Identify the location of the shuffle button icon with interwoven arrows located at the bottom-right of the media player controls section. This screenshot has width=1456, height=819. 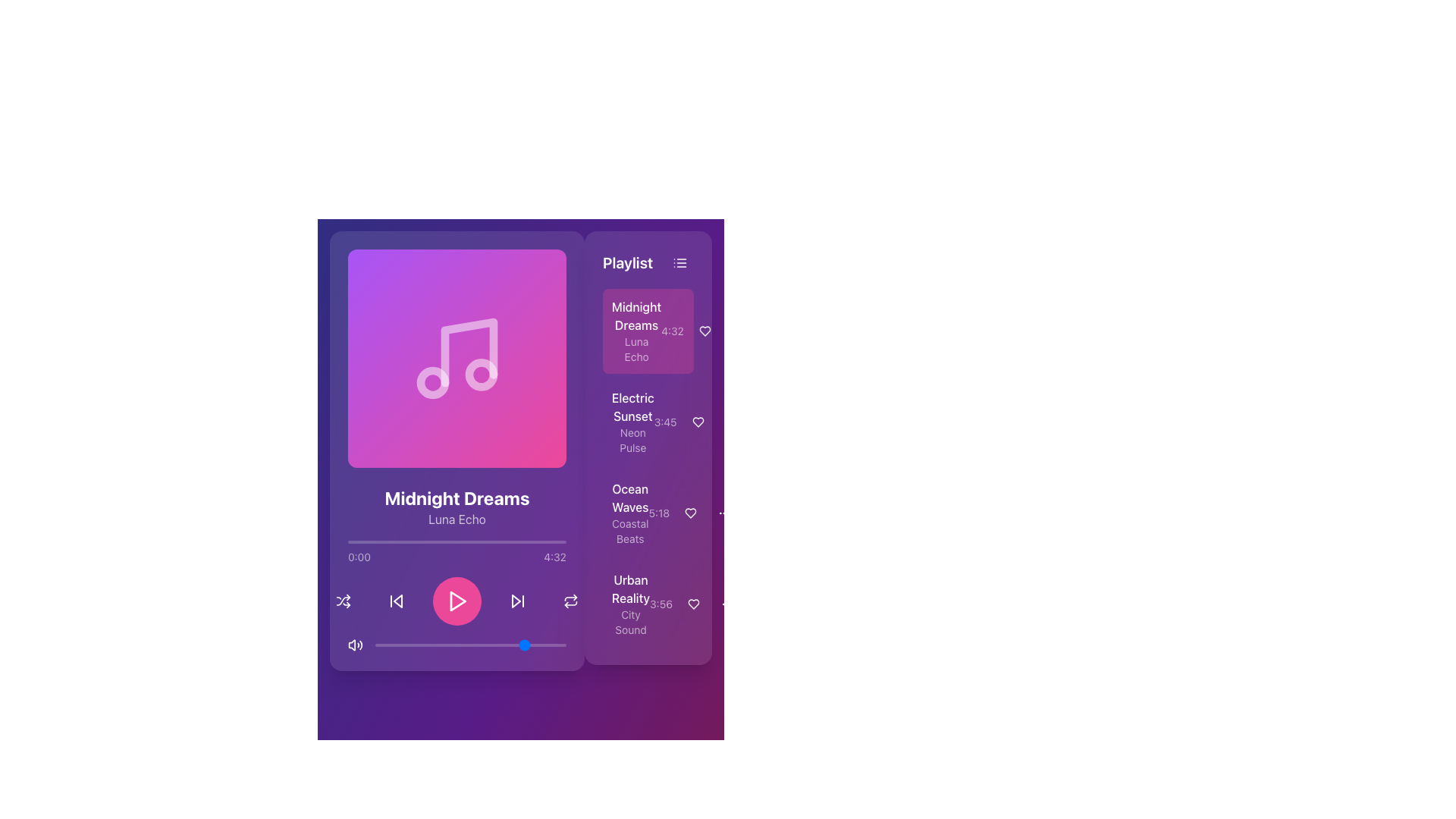
(342, 601).